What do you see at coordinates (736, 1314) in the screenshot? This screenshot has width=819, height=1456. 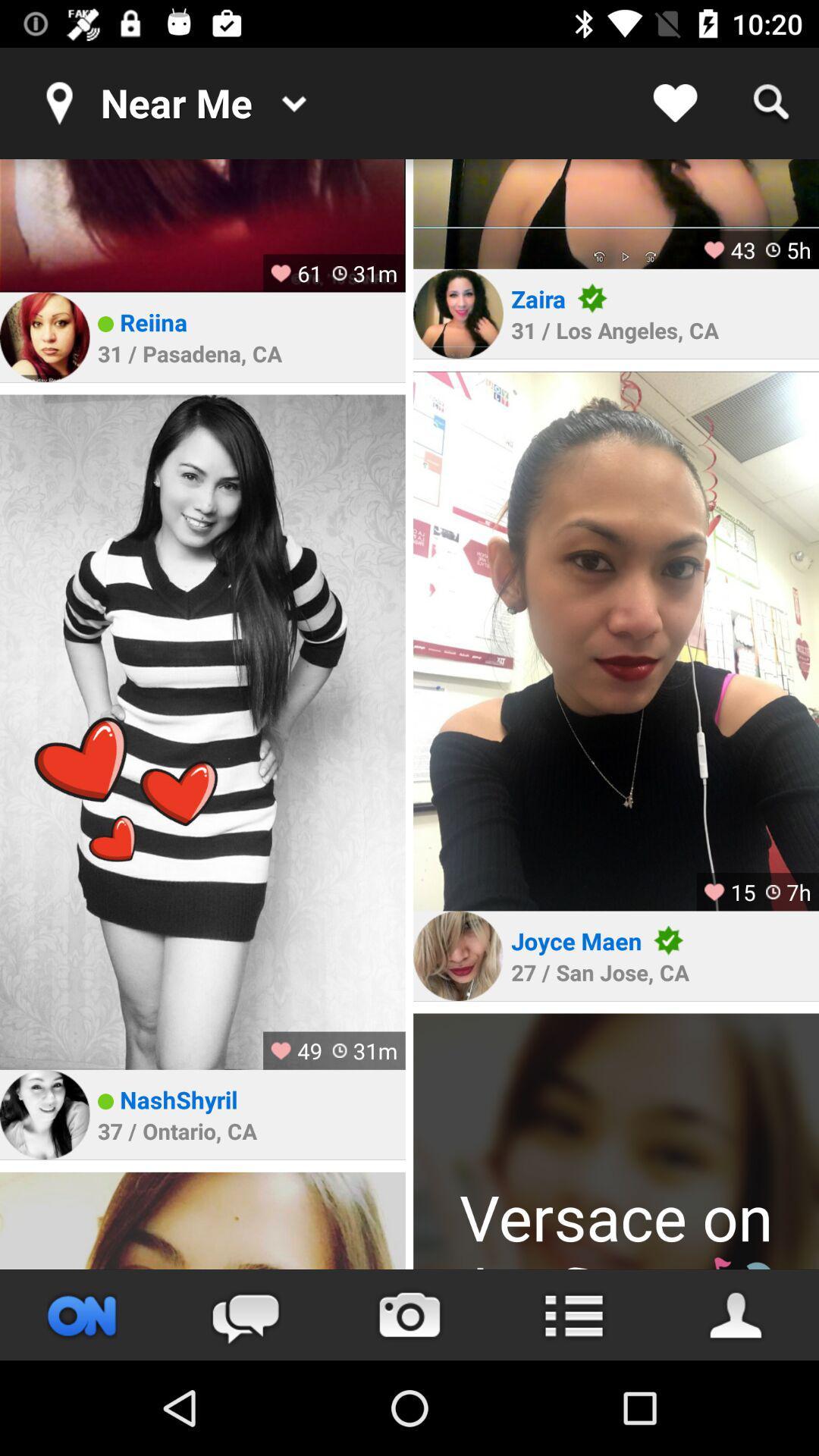 I see `the avatar icon` at bounding box center [736, 1314].